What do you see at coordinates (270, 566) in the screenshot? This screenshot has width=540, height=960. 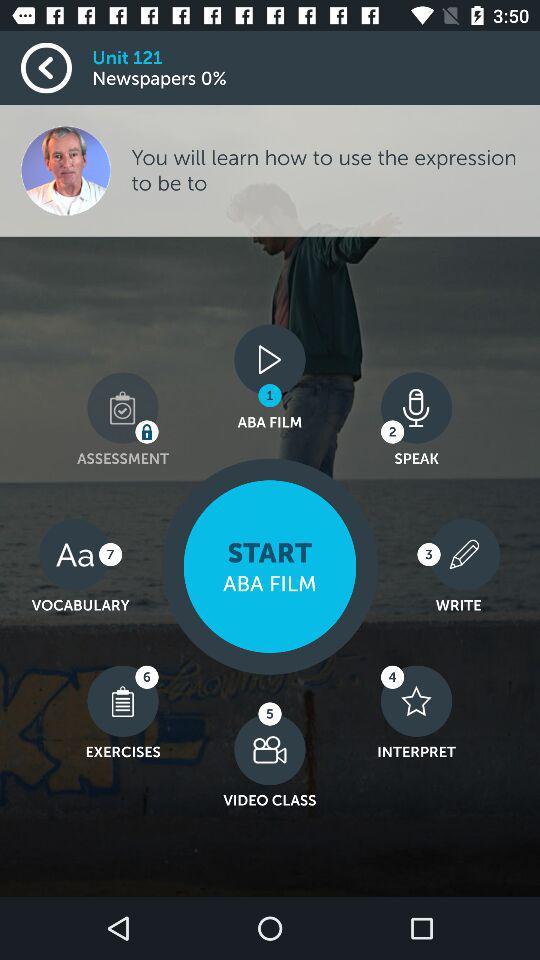 I see `start` at bounding box center [270, 566].